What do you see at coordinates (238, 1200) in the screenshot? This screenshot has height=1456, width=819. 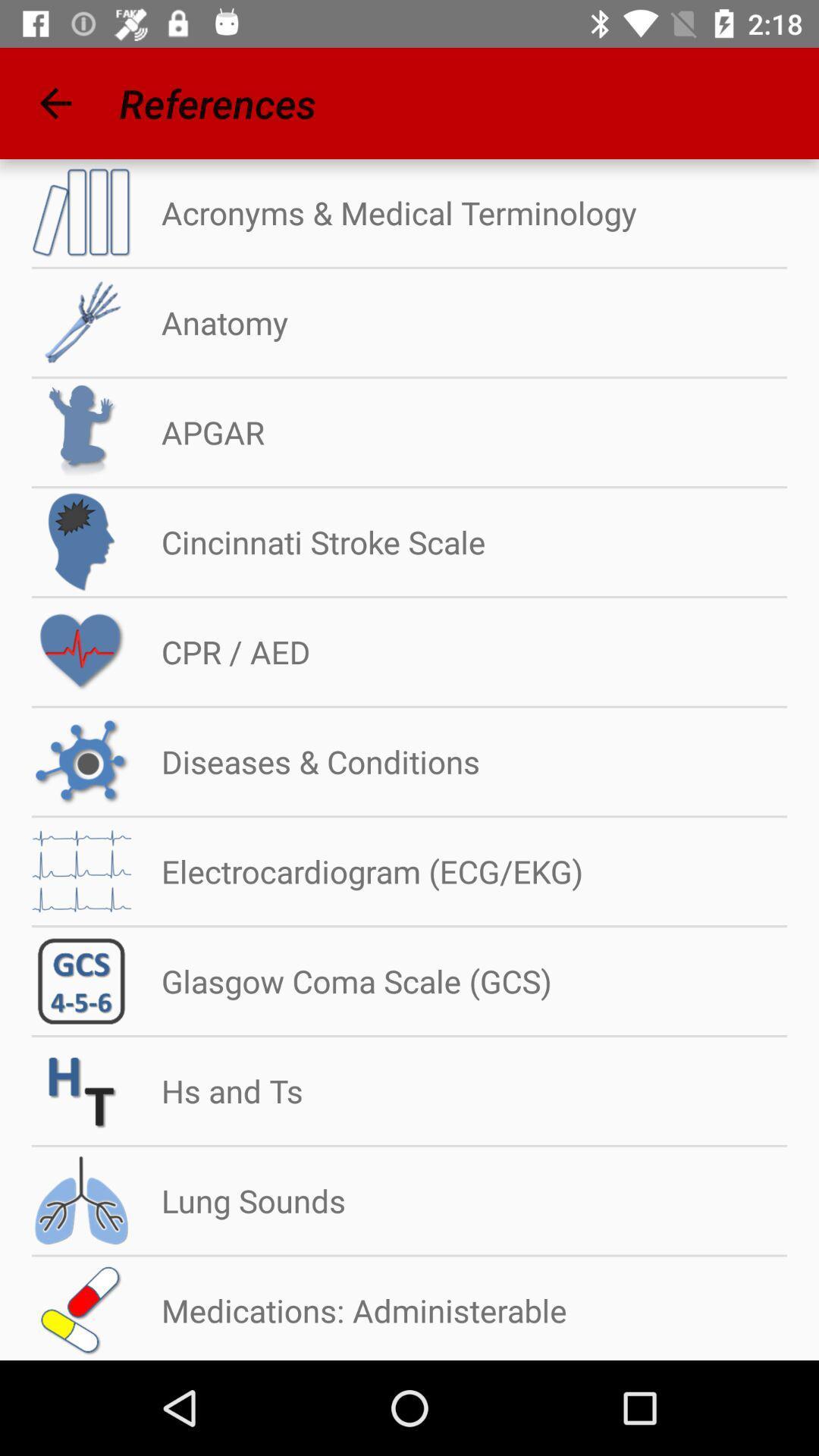 I see `the lung sounds` at bounding box center [238, 1200].